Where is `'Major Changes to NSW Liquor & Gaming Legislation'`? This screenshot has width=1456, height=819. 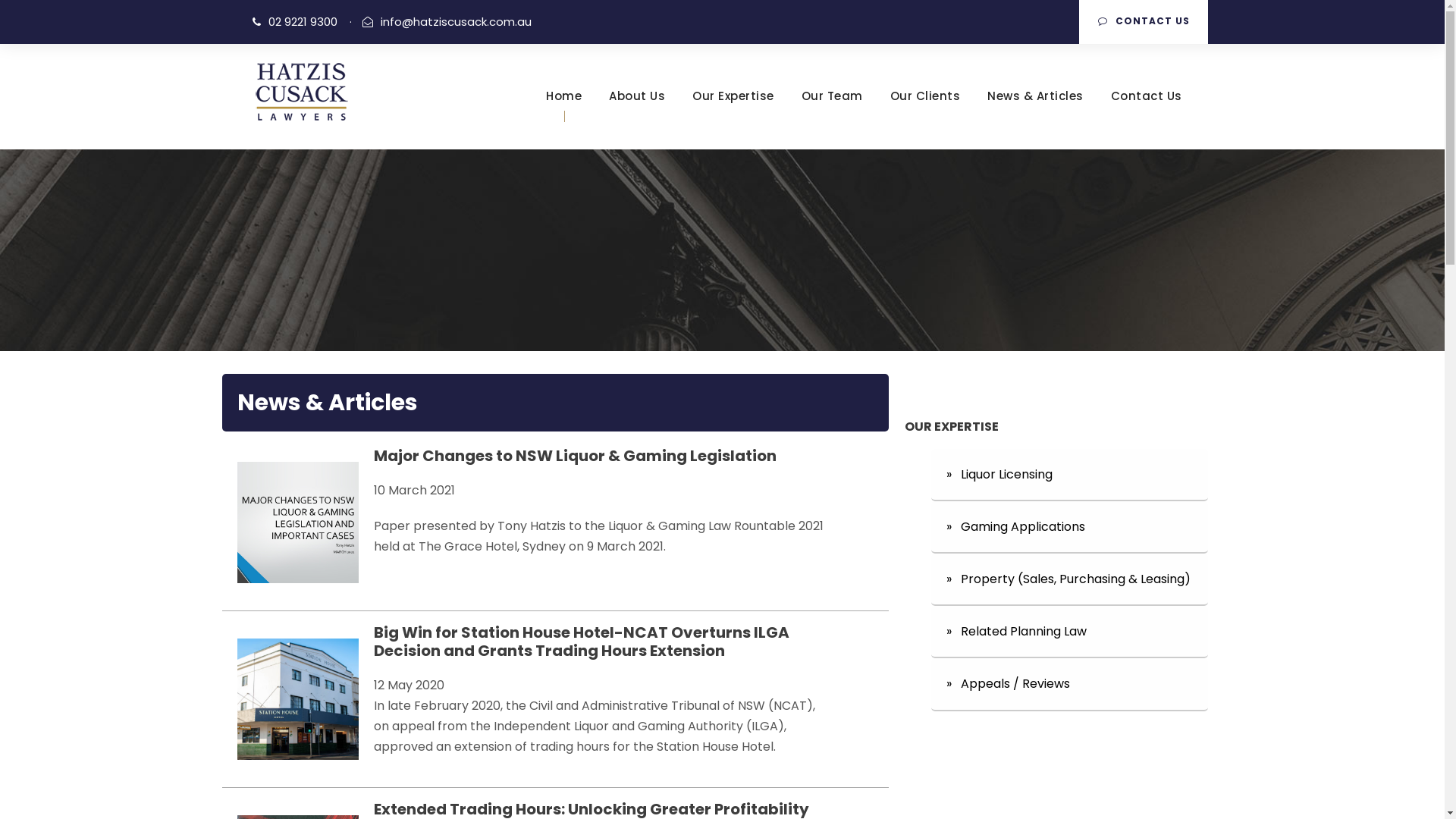 'Major Changes to NSW Liquor & Gaming Legislation' is located at coordinates (297, 520).